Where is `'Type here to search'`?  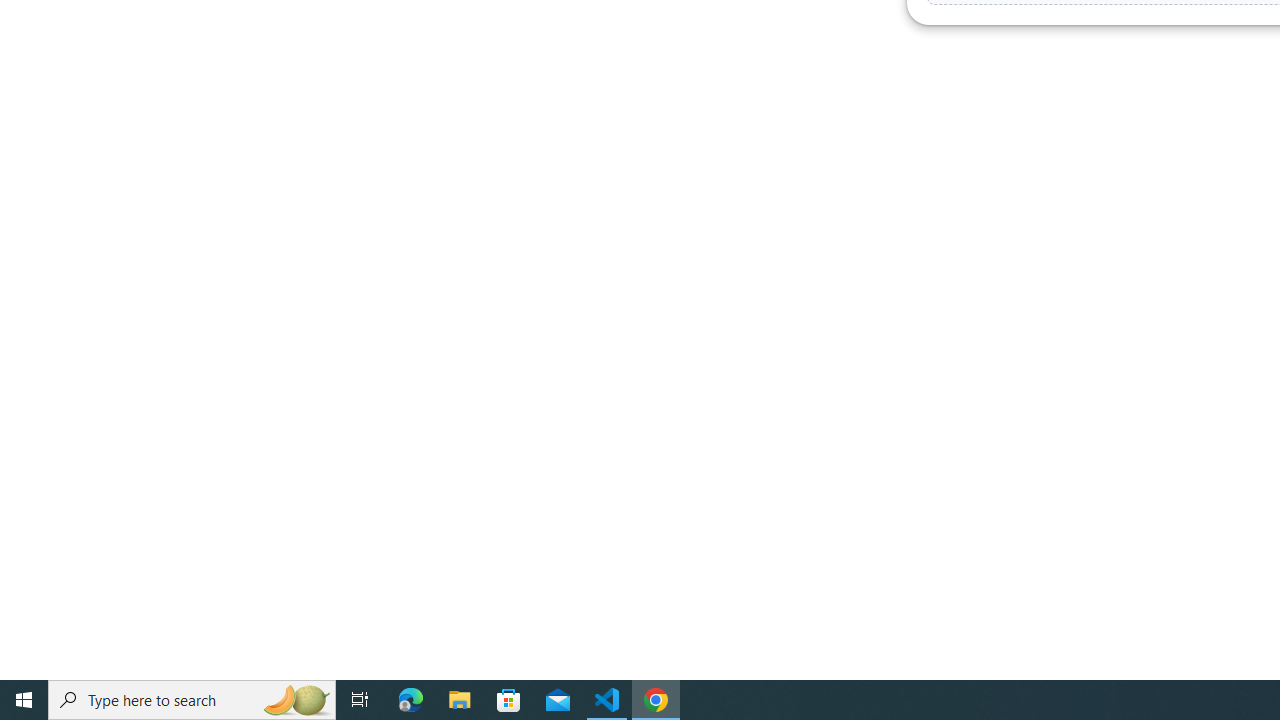
'Type here to search' is located at coordinates (192, 698).